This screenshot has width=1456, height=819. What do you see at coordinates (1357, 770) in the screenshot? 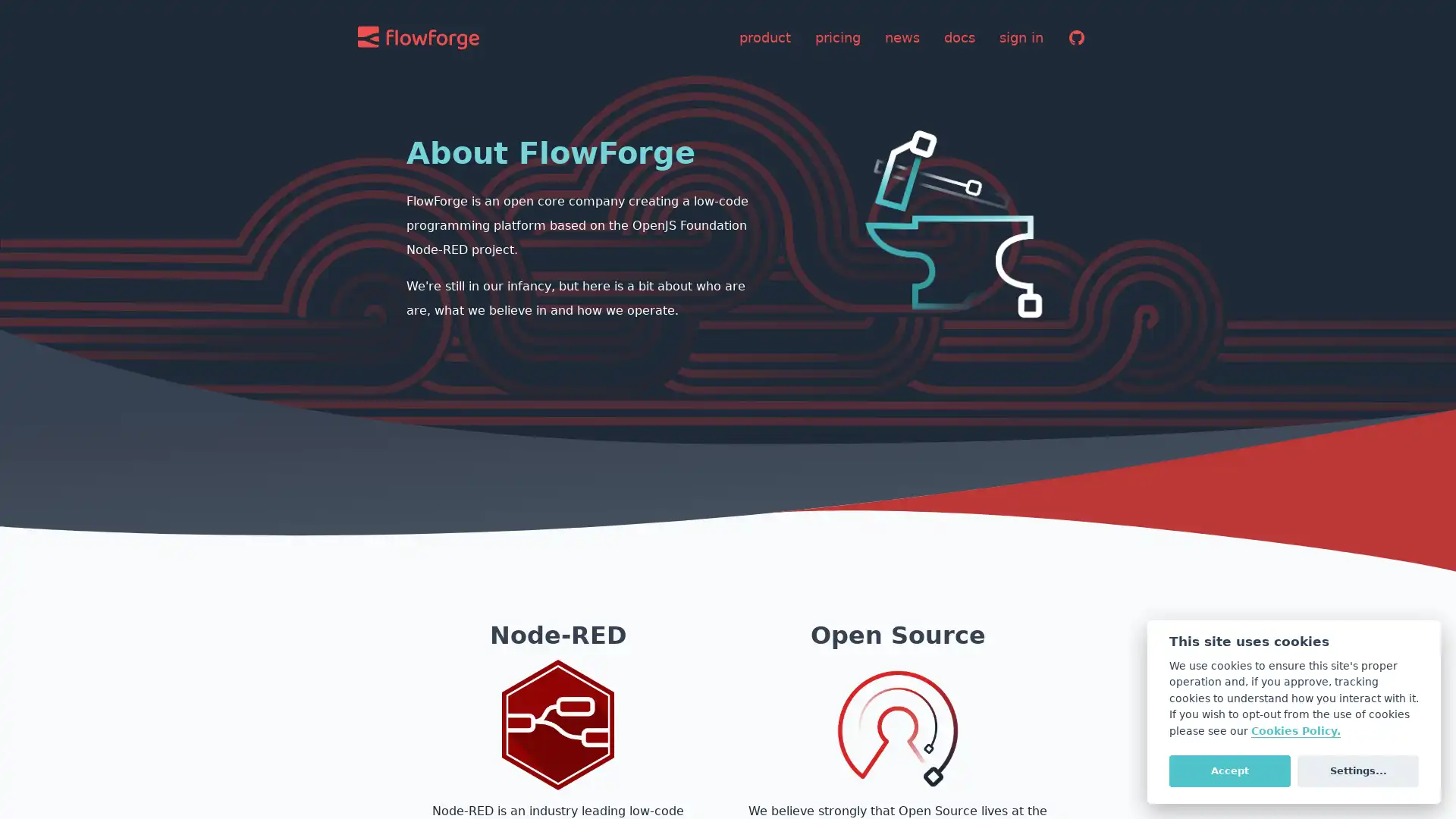
I see `Settings...` at bounding box center [1357, 770].